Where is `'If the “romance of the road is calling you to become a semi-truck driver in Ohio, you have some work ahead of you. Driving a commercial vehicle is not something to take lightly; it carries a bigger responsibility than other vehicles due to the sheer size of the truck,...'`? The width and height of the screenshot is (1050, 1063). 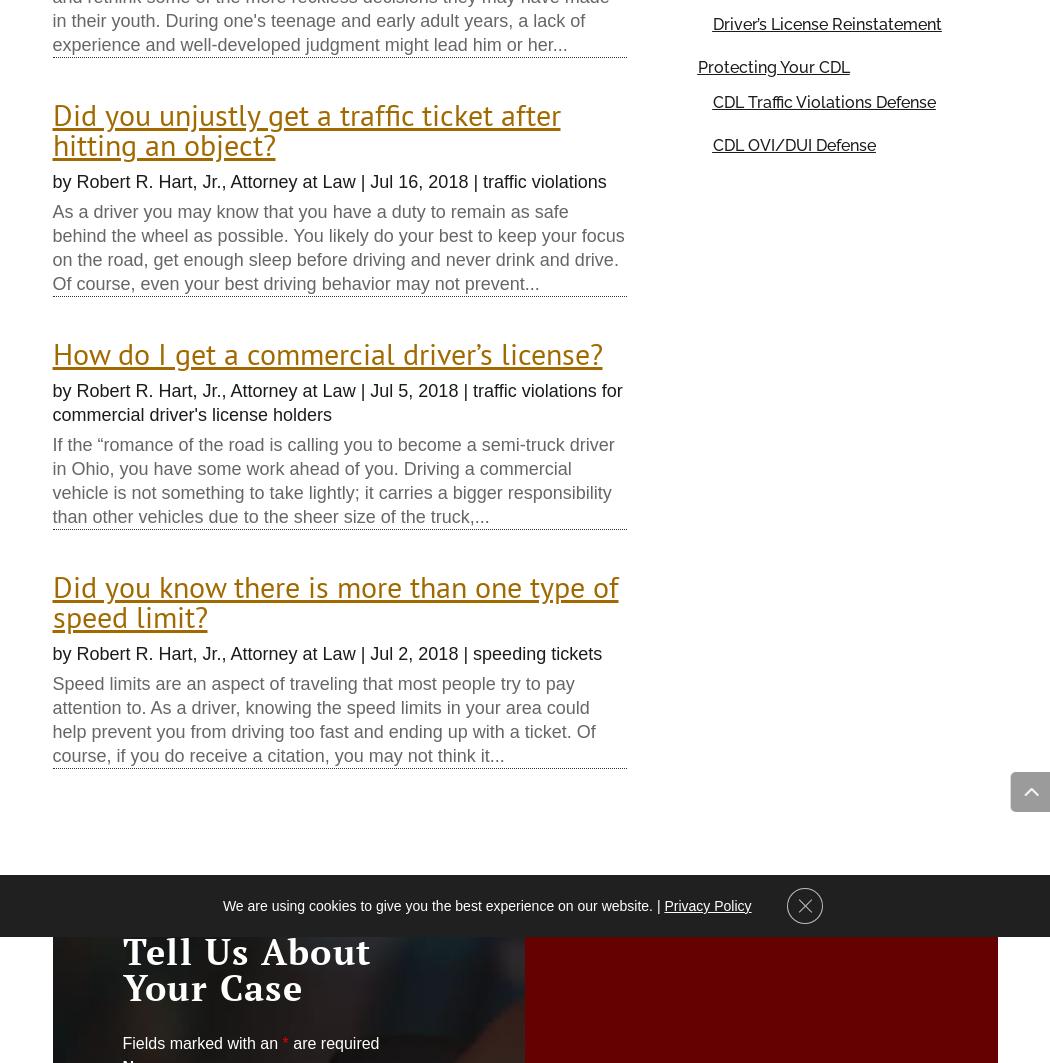 'If the “romance of the road is calling you to become a semi-truck driver in Ohio, you have some work ahead of you. Driving a commercial vehicle is not something to take lightly; it carries a bigger responsibility than other vehicles due to the sheer size of the truck,...' is located at coordinates (332, 480).